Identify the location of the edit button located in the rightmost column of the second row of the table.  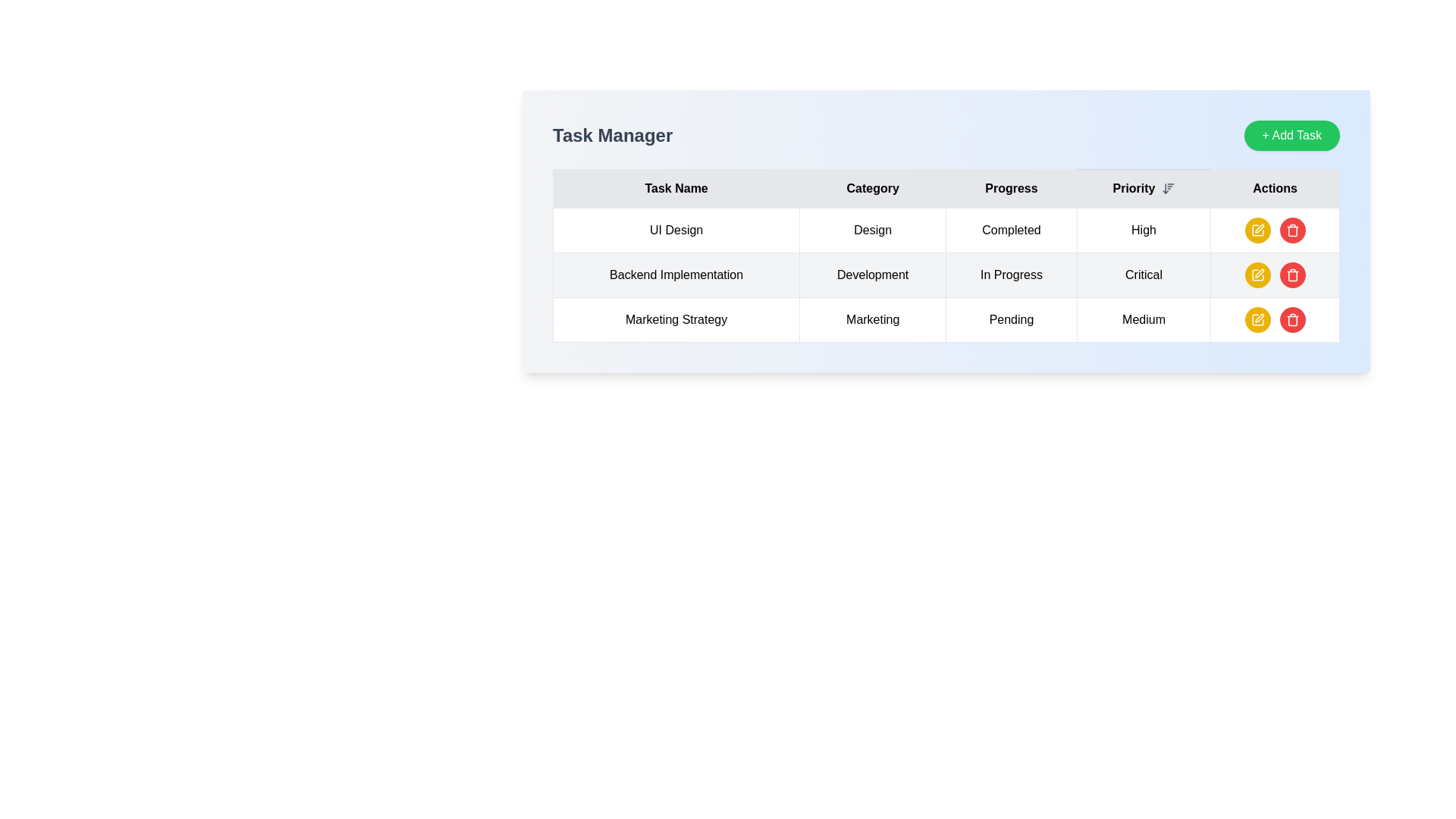
(1257, 275).